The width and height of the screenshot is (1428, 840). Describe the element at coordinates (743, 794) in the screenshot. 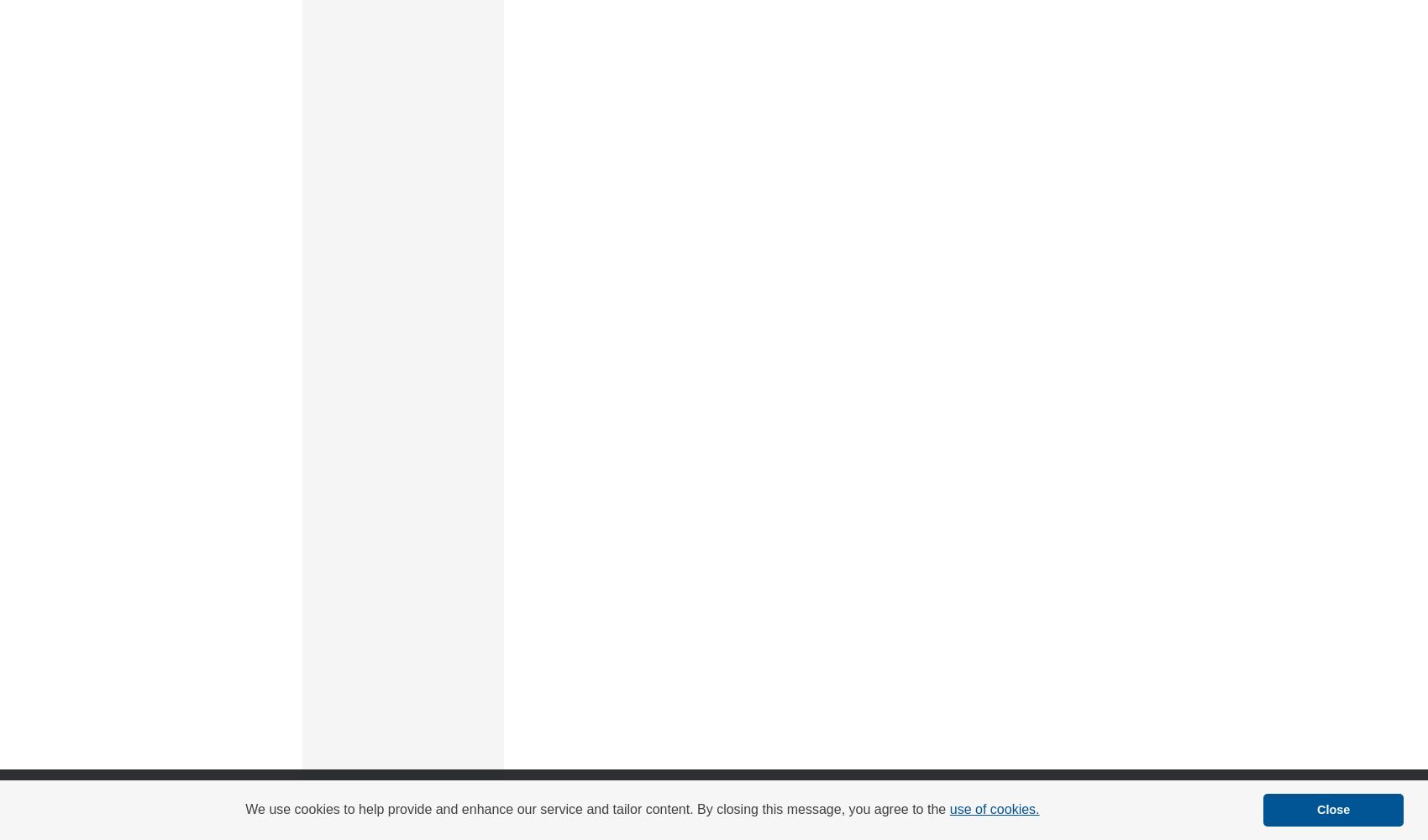

I see `'Accessibility Statement'` at that location.